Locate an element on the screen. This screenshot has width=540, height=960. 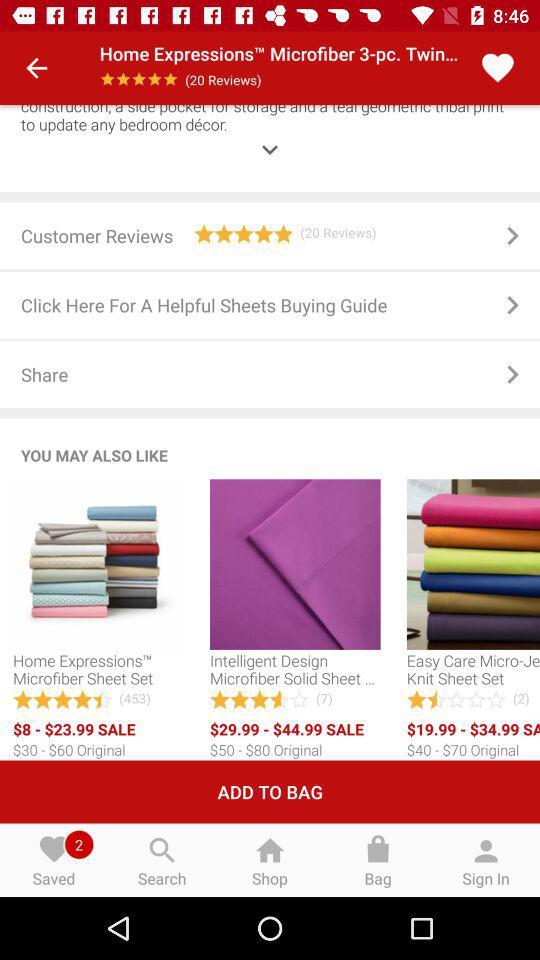
item to the left of the home expressions microfiber item is located at coordinates (36, 68).